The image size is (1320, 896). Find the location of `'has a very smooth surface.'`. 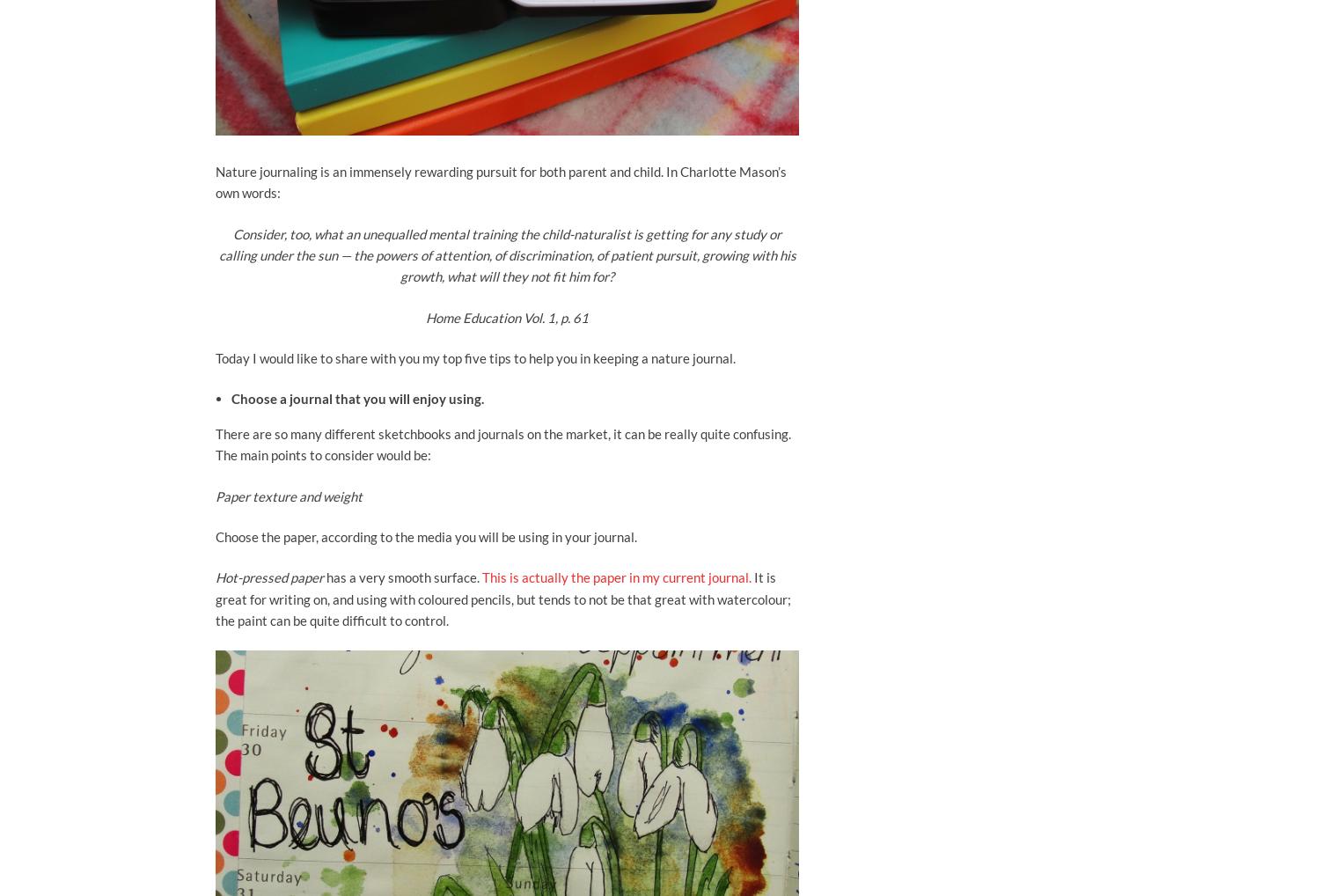

'has a very smooth surface.' is located at coordinates (325, 576).